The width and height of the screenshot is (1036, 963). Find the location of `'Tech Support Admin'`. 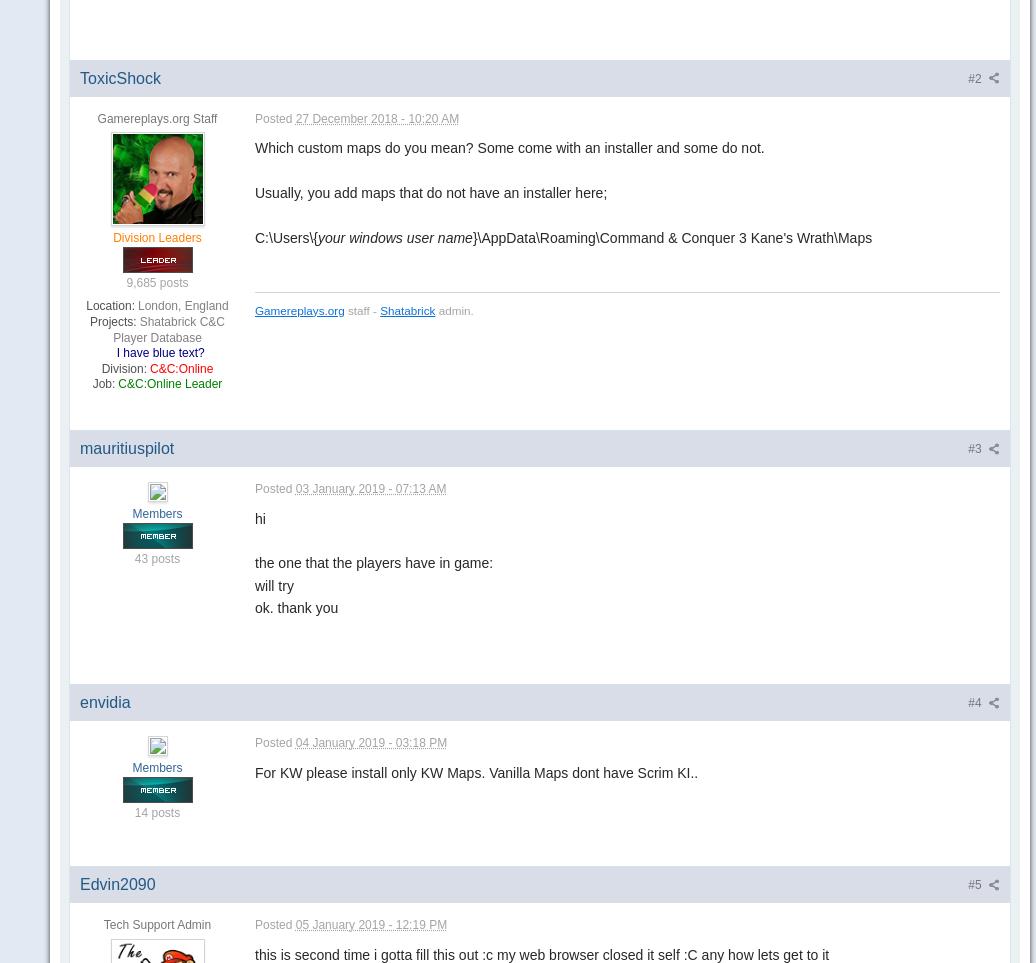

'Tech Support Admin' is located at coordinates (156, 924).